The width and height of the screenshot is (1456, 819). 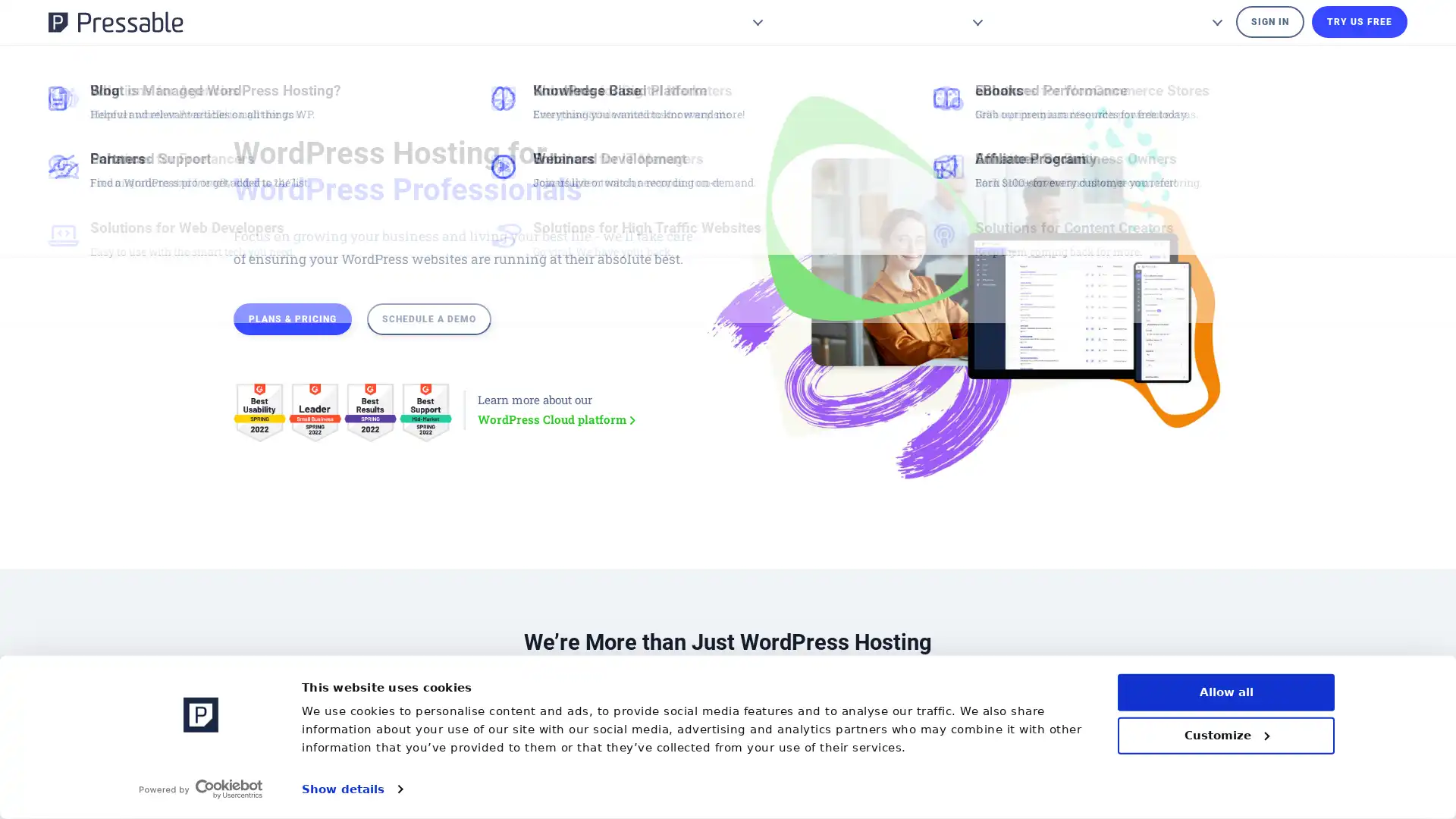 What do you see at coordinates (1226, 734) in the screenshot?
I see `Customize` at bounding box center [1226, 734].